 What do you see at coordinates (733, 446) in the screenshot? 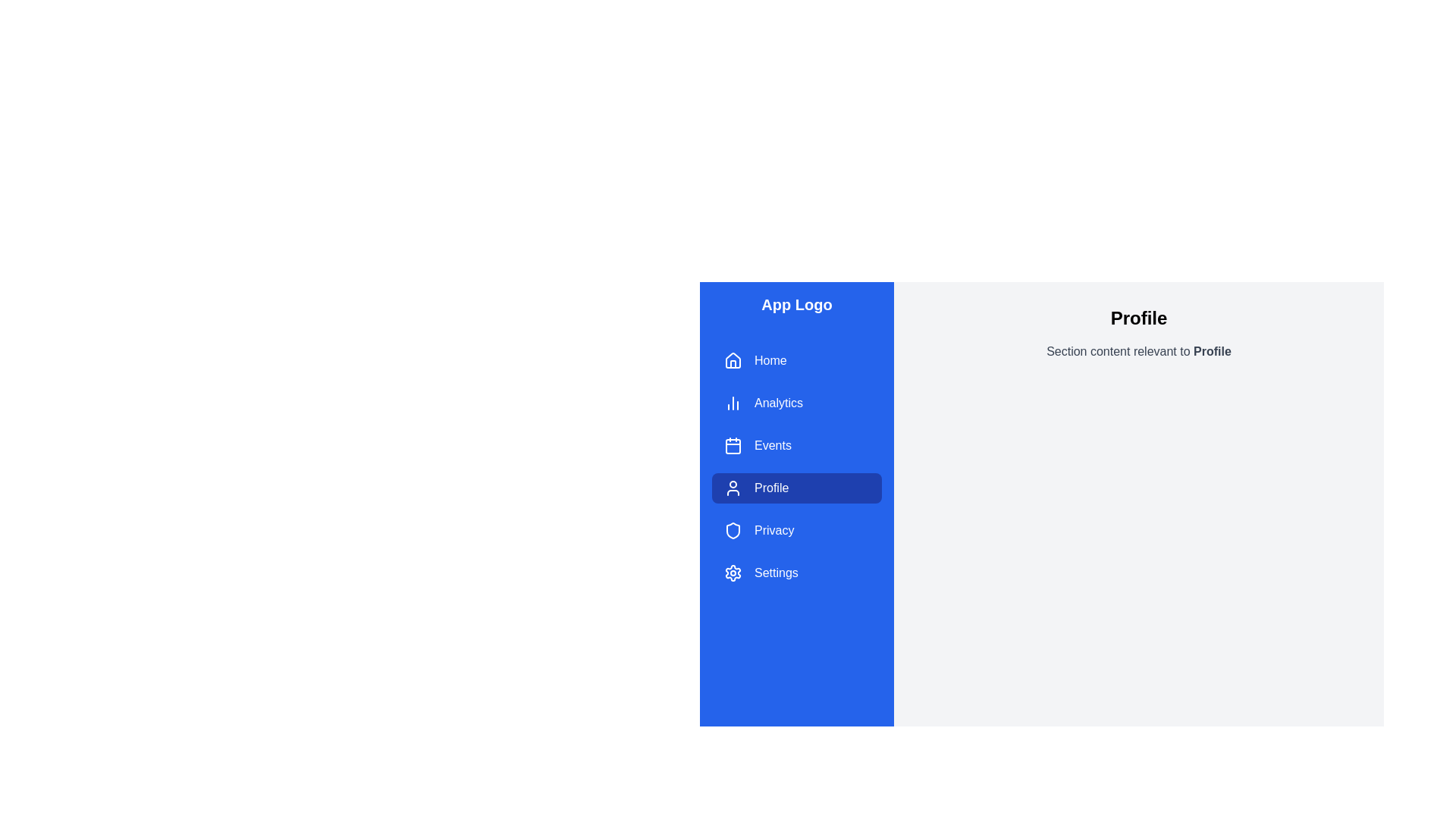
I see `the blue background rectangle of the calendar icon located under the 'Events' menu item in the sidebar` at bounding box center [733, 446].